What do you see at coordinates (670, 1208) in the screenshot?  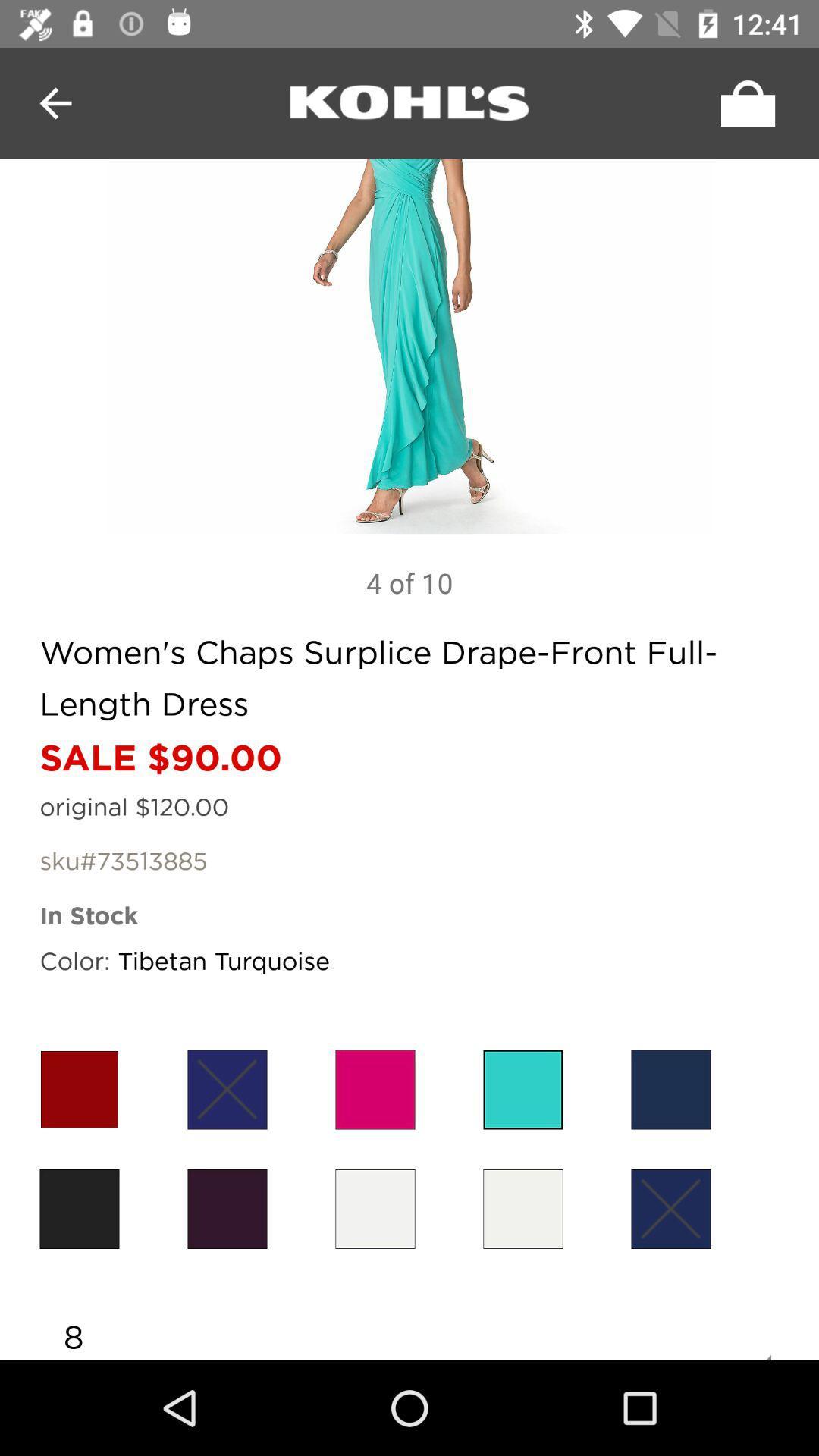 I see `blue` at bounding box center [670, 1208].